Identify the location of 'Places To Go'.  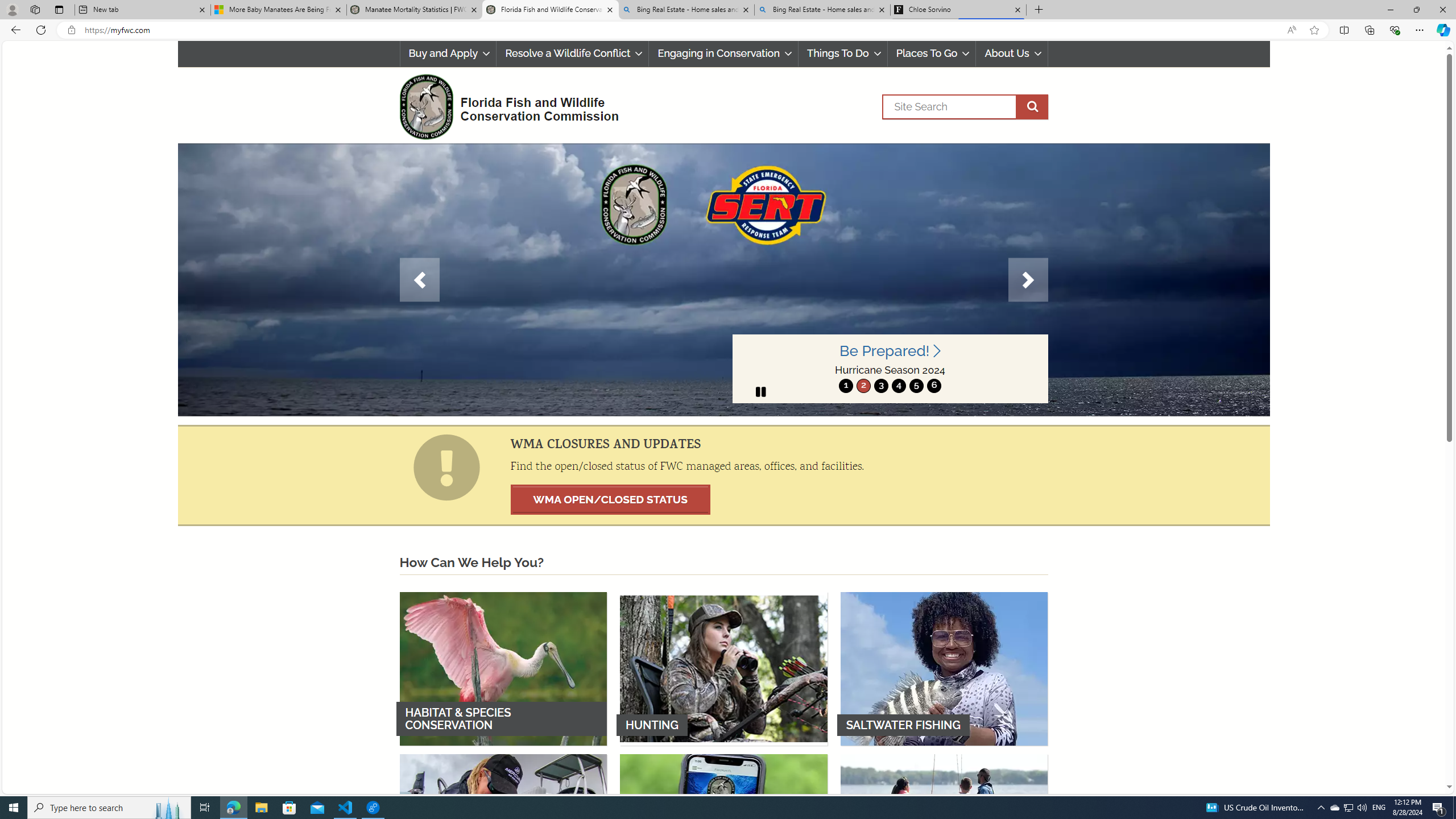
(930, 53).